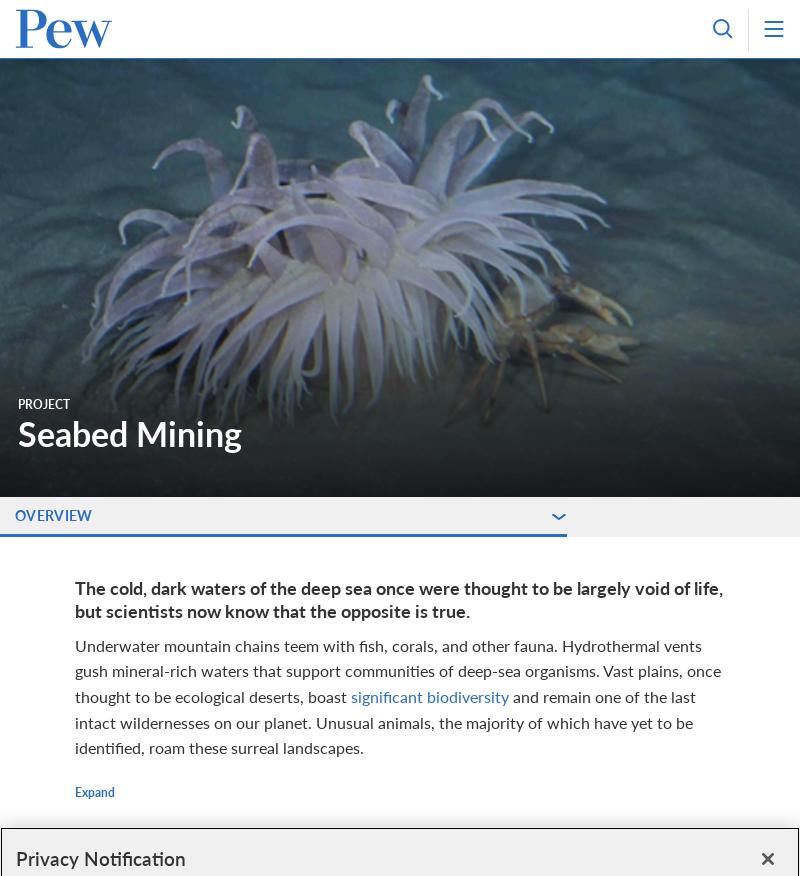 This screenshot has height=876, width=800. Describe the element at coordinates (75, 598) in the screenshot. I see `'The cold, dark waters of the deep sea once were thought to be largely void of life, but scientists now know that the opposite is true.'` at that location.